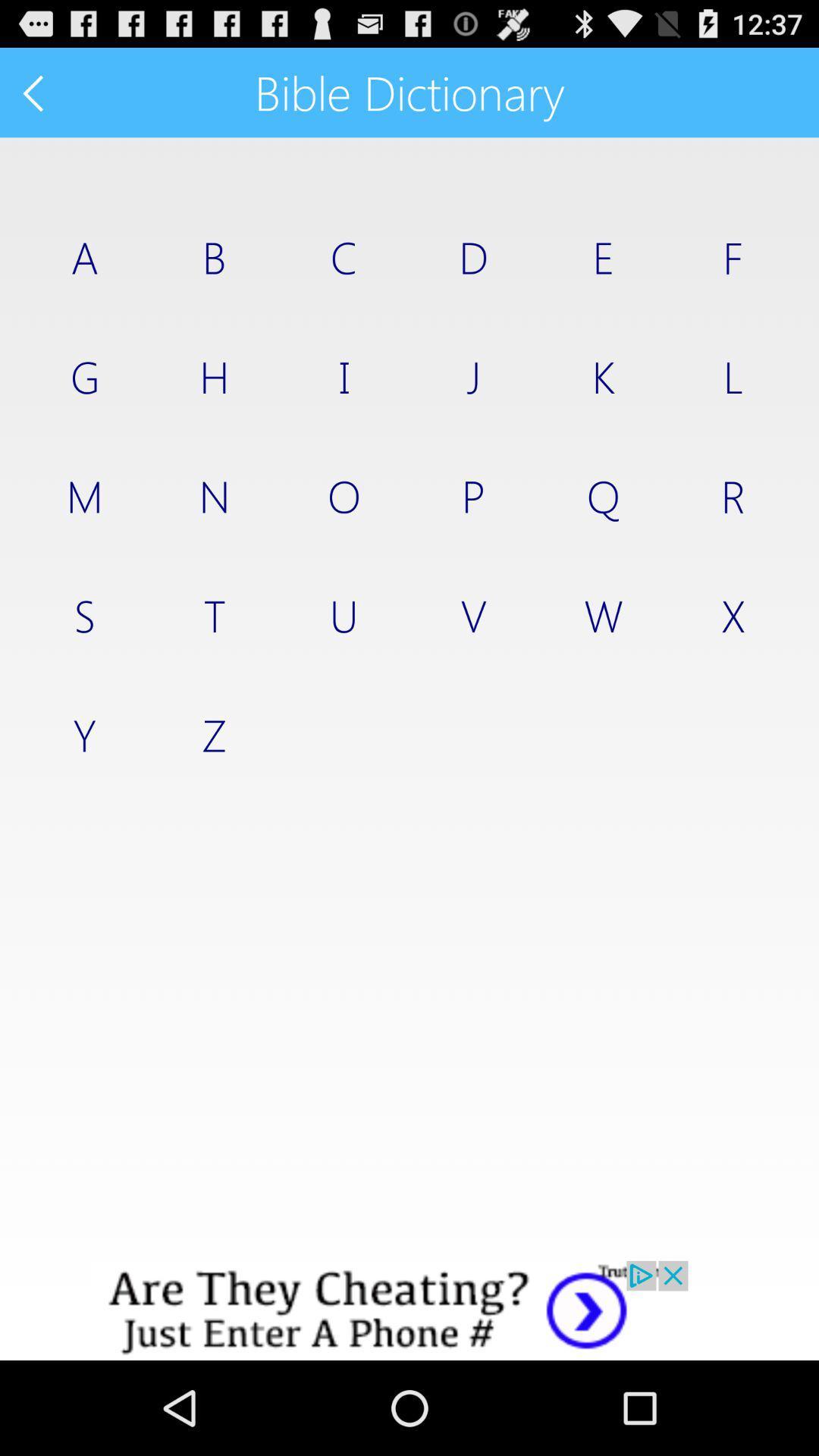 The width and height of the screenshot is (819, 1456). What do you see at coordinates (34, 92) in the screenshot?
I see `previous` at bounding box center [34, 92].